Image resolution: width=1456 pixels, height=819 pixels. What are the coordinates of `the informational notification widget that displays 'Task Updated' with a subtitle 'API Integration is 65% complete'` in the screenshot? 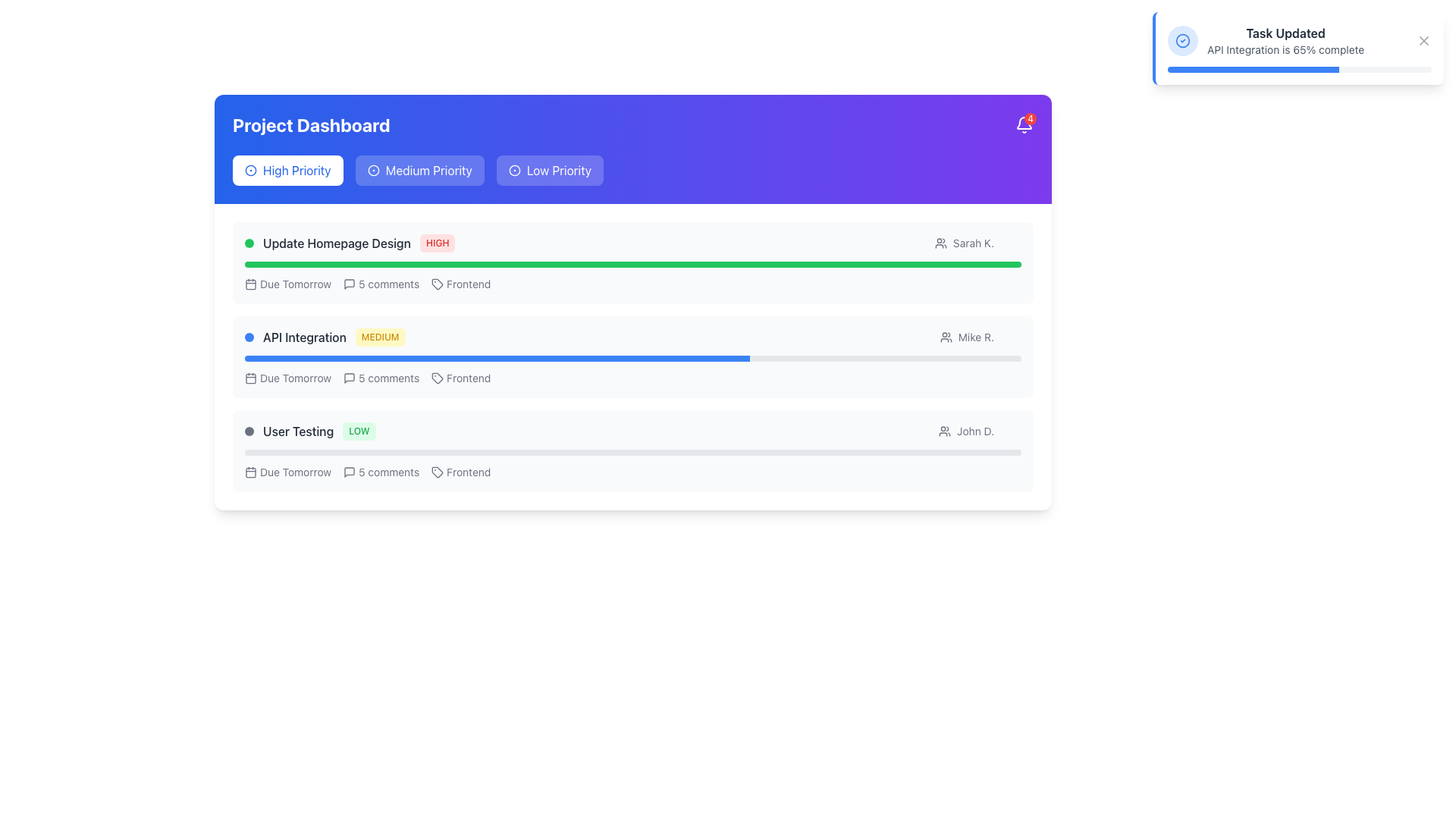 It's located at (1266, 40).